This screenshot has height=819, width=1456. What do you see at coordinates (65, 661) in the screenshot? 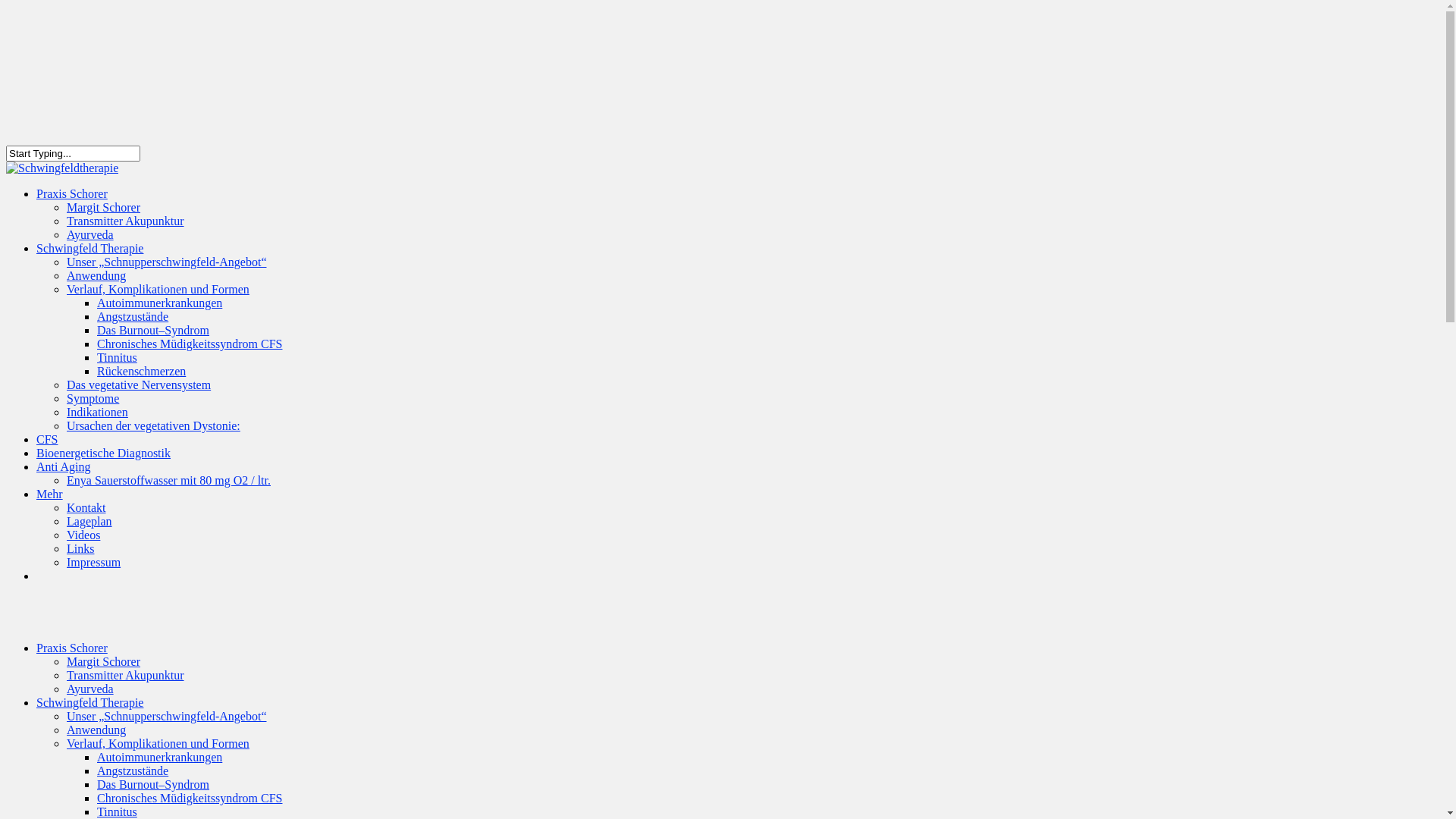
I see `'Margit Schorer'` at bounding box center [65, 661].